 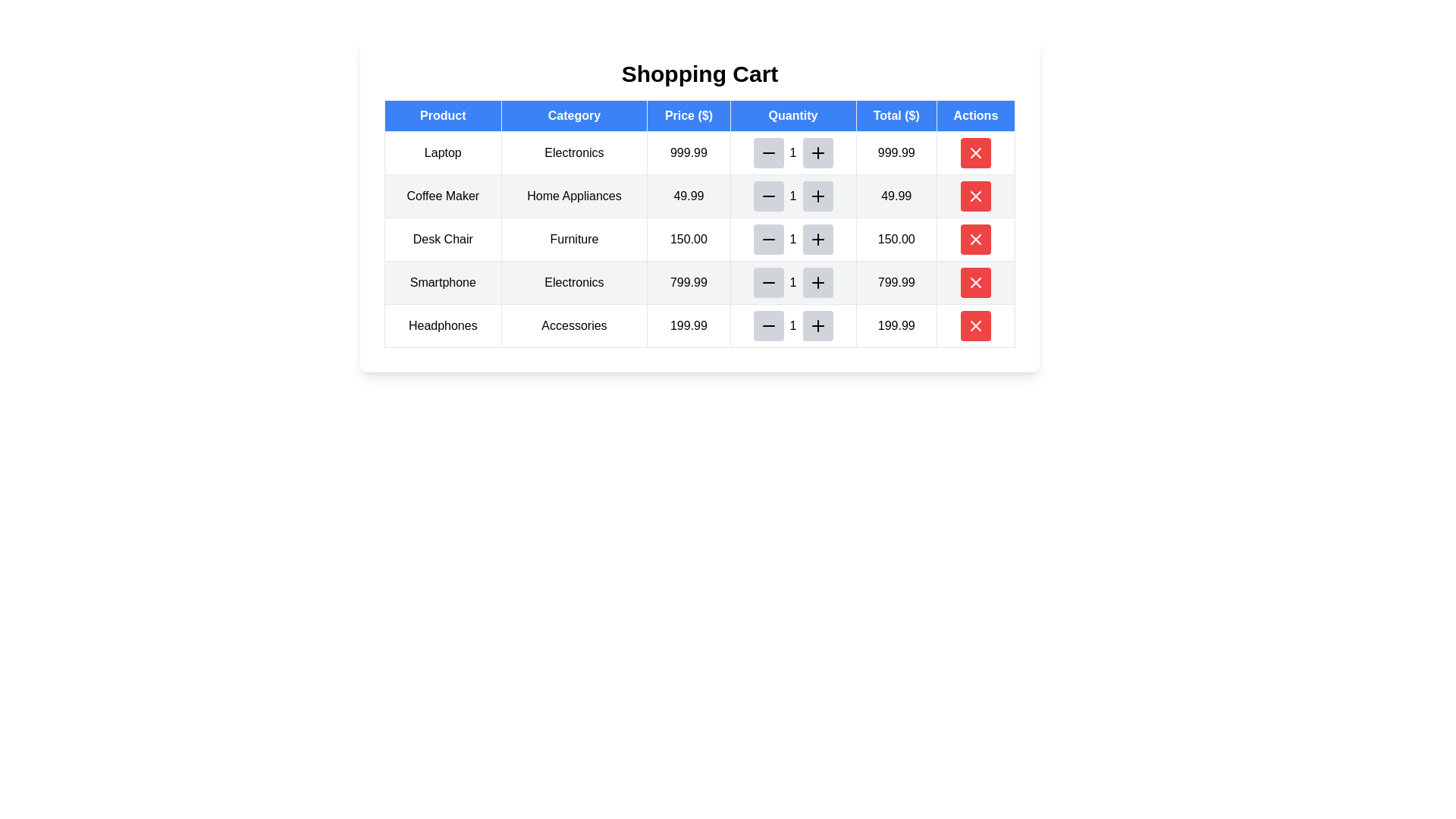 I want to click on the Close/Delete button located in the last column of the second row under the 'Actions' column, so click(x=975, y=195).